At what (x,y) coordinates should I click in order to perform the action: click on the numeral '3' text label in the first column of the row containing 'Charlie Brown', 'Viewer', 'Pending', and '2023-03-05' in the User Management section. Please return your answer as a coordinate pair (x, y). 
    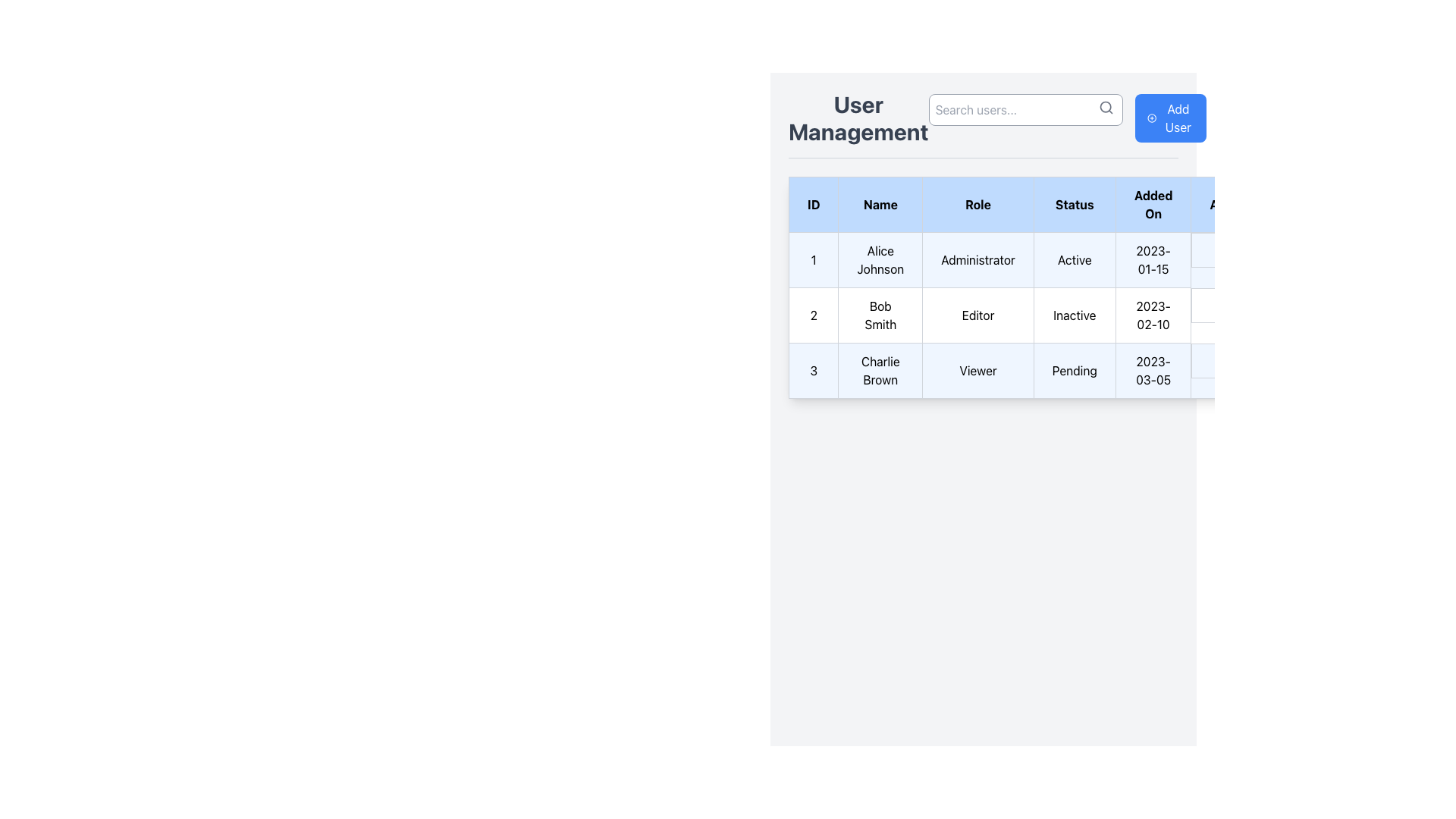
    Looking at the image, I should click on (813, 371).